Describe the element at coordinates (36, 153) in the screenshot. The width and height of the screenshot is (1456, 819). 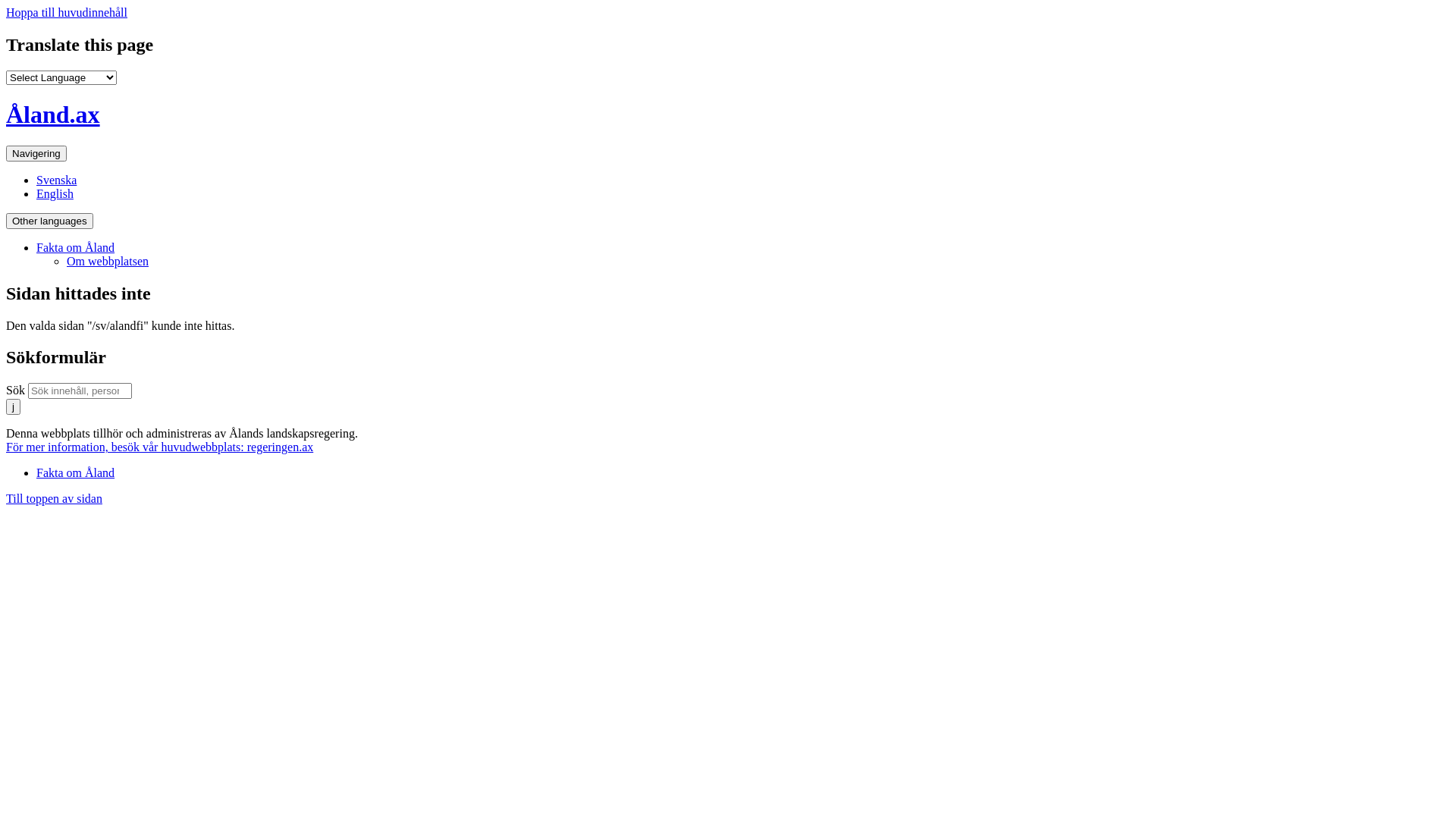
I see `'Navigering'` at that location.